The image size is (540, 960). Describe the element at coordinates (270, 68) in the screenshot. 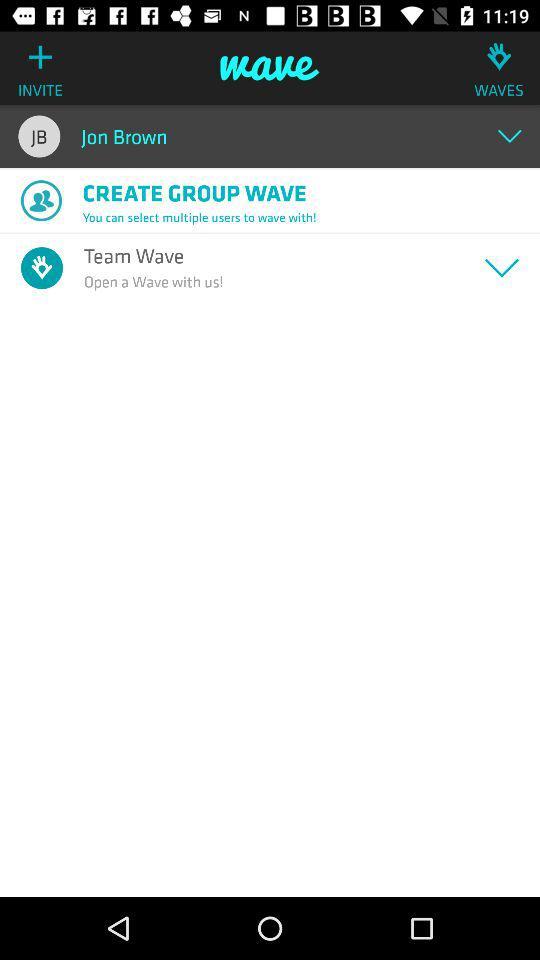

I see `the icon to the left of waves item` at that location.